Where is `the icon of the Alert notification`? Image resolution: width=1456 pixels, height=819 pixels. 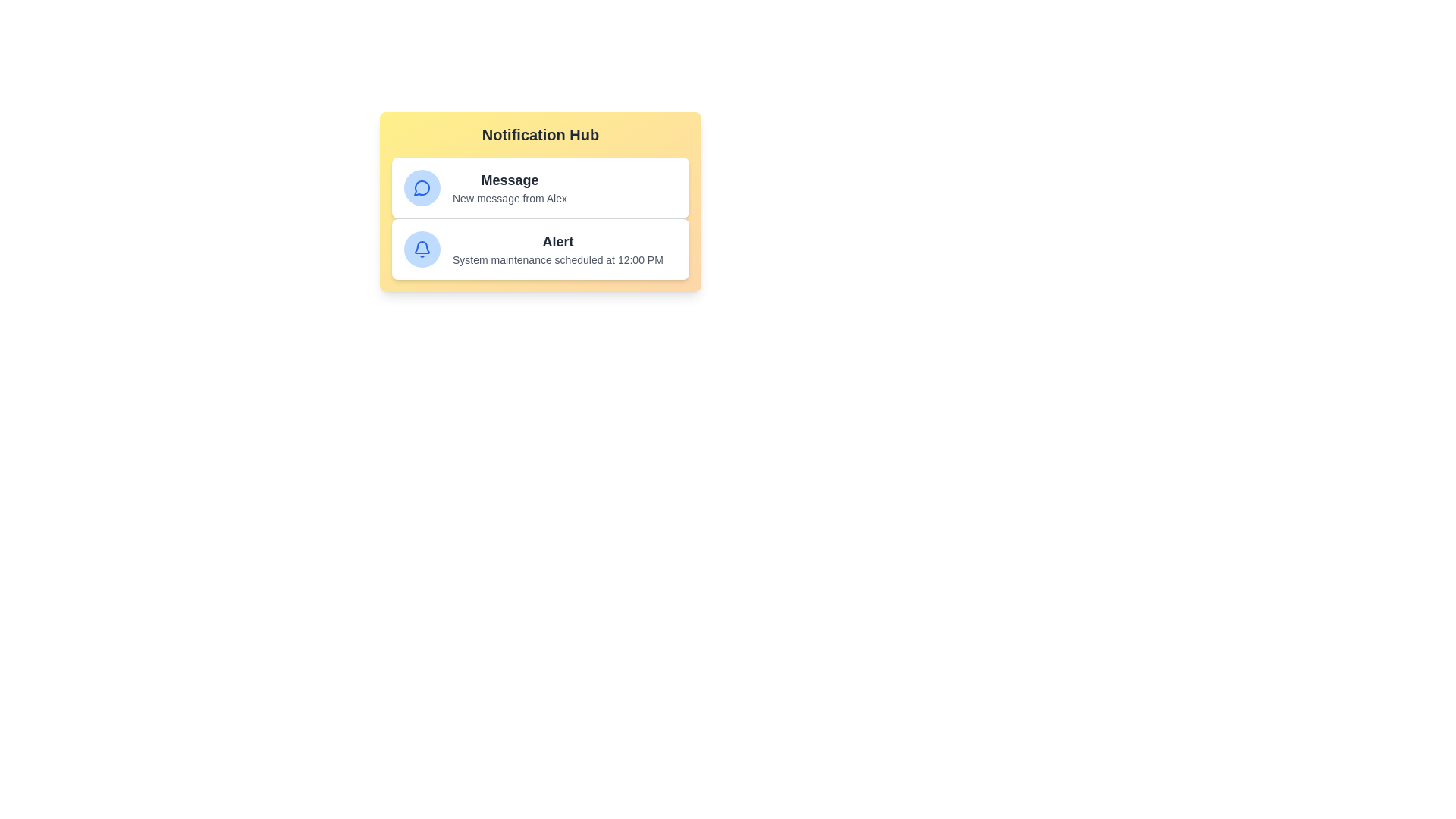 the icon of the Alert notification is located at coordinates (422, 248).